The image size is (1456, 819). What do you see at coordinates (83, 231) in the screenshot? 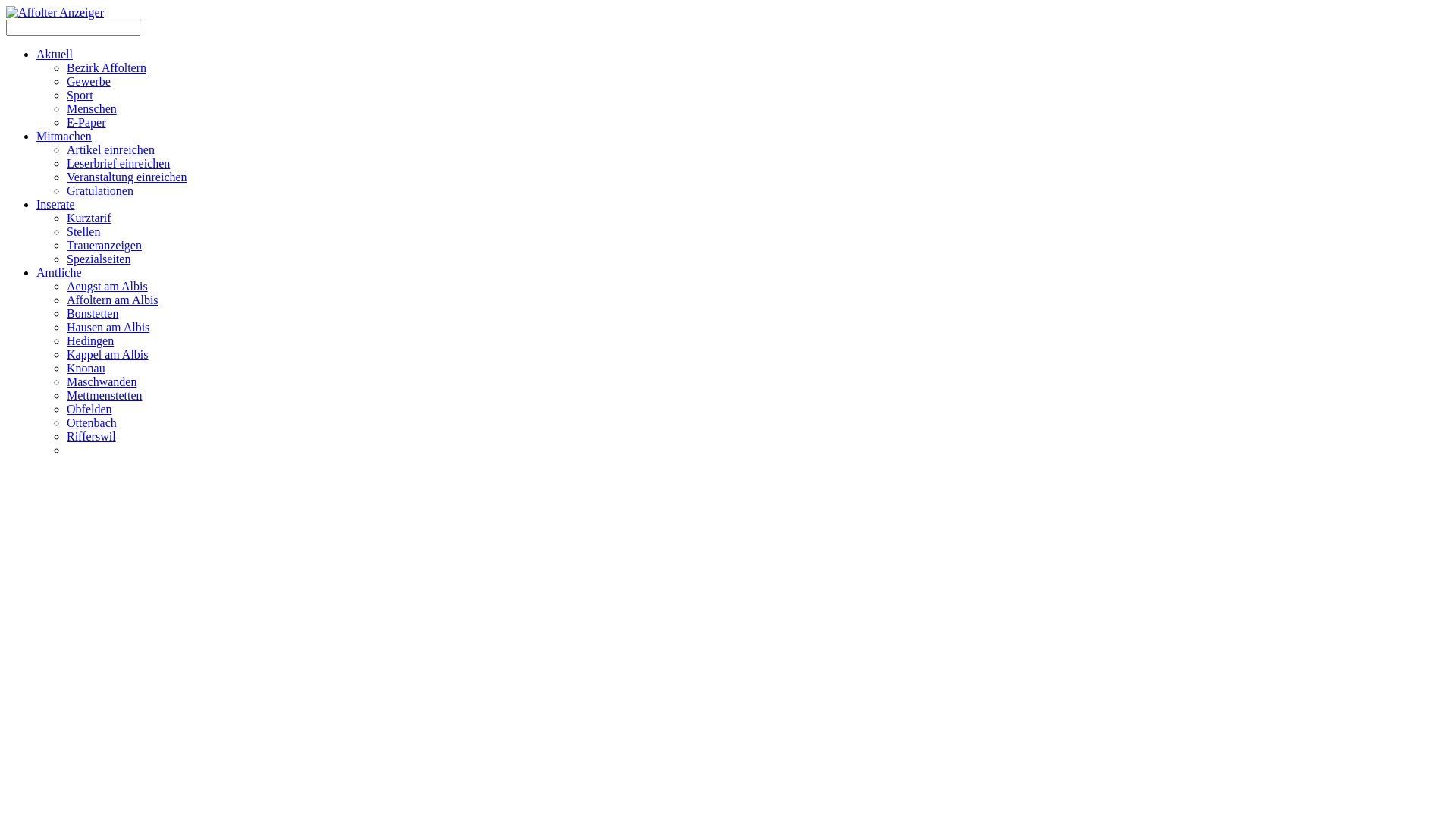
I see `'Stellen'` at bounding box center [83, 231].